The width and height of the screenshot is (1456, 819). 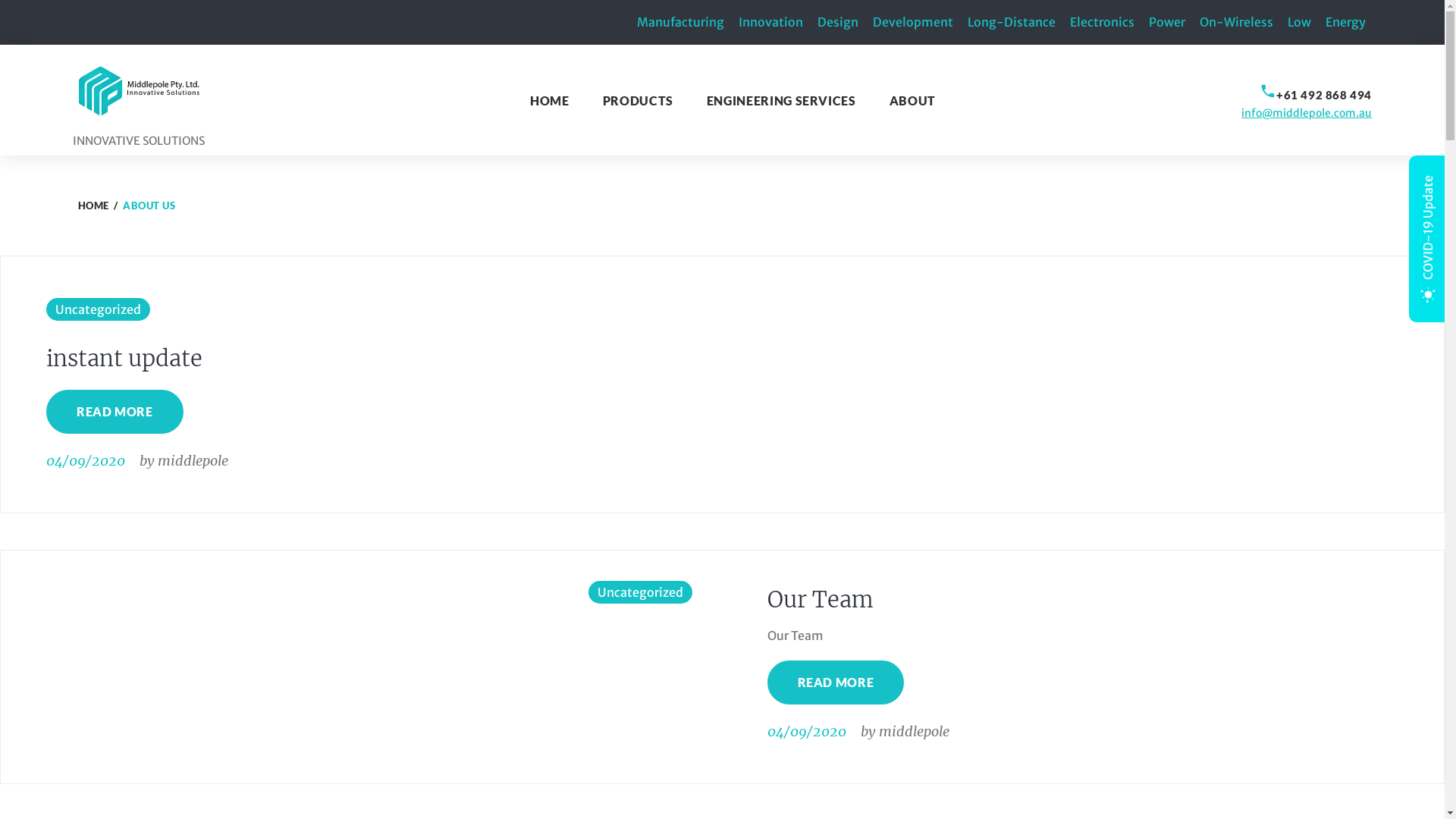 What do you see at coordinates (192, 460) in the screenshot?
I see `'middlepole'` at bounding box center [192, 460].